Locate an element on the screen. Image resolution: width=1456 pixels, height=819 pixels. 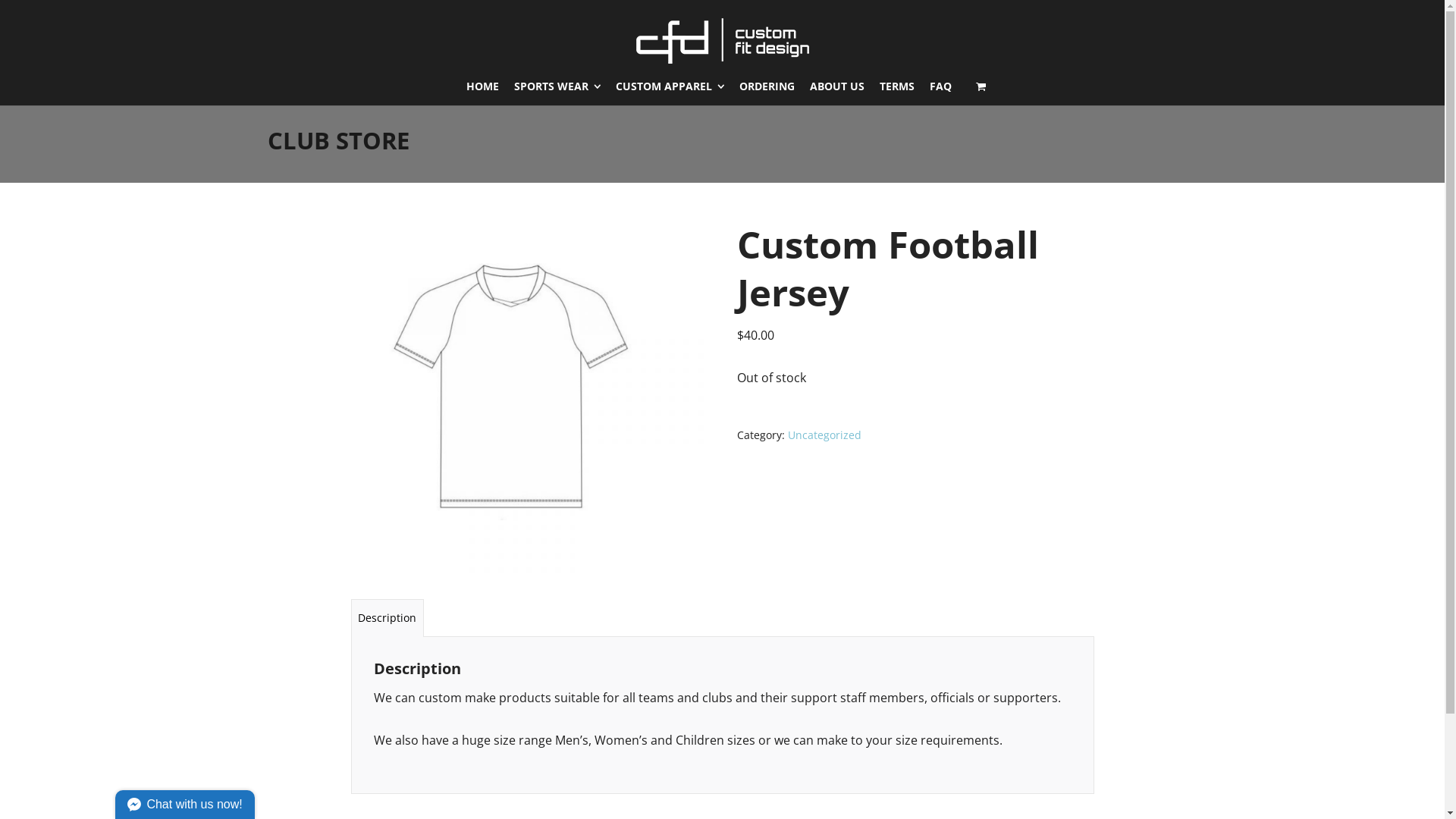
'ORDERING' is located at coordinates (767, 86).